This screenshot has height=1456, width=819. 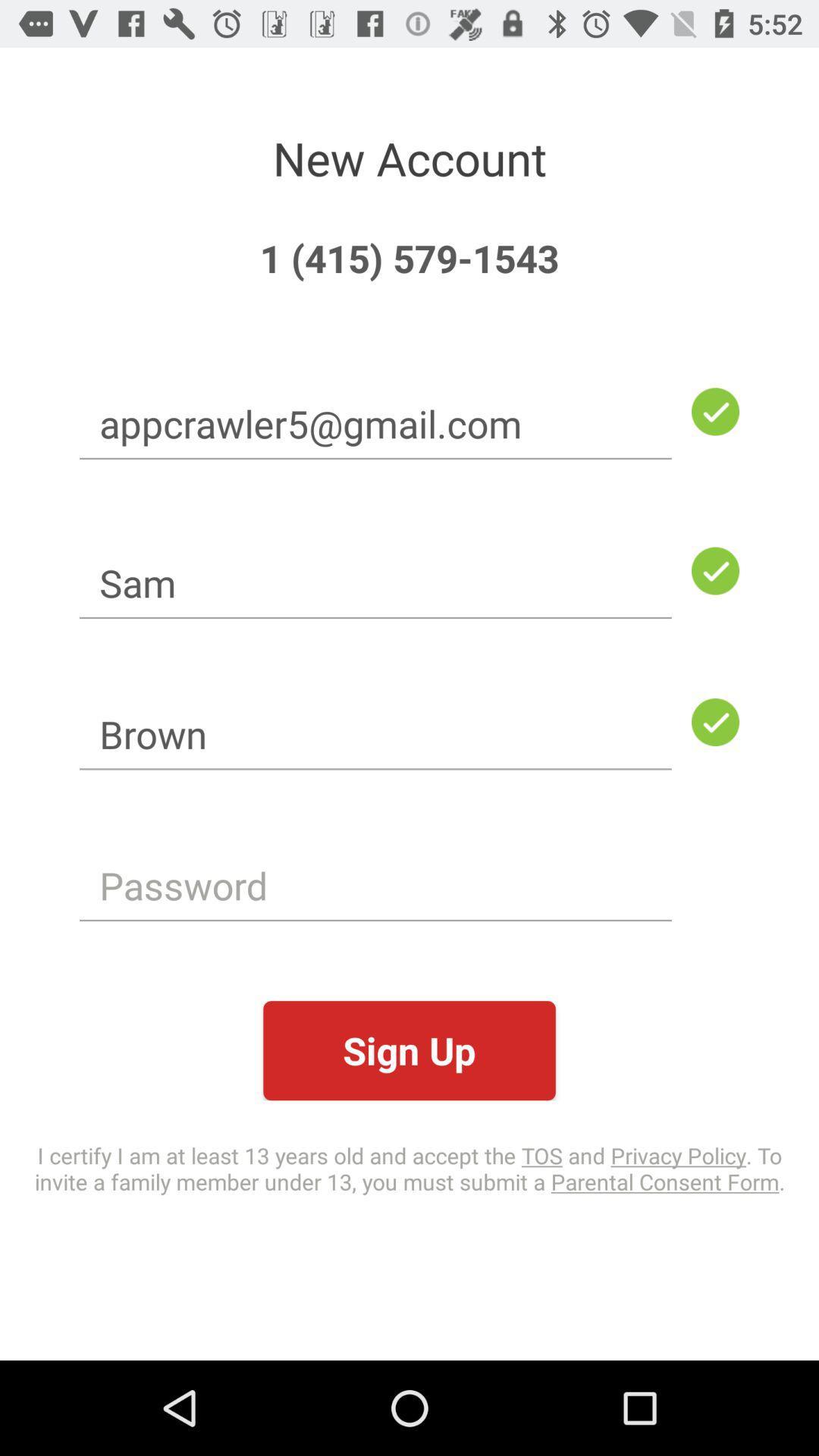 I want to click on the icon above sam item, so click(x=375, y=423).